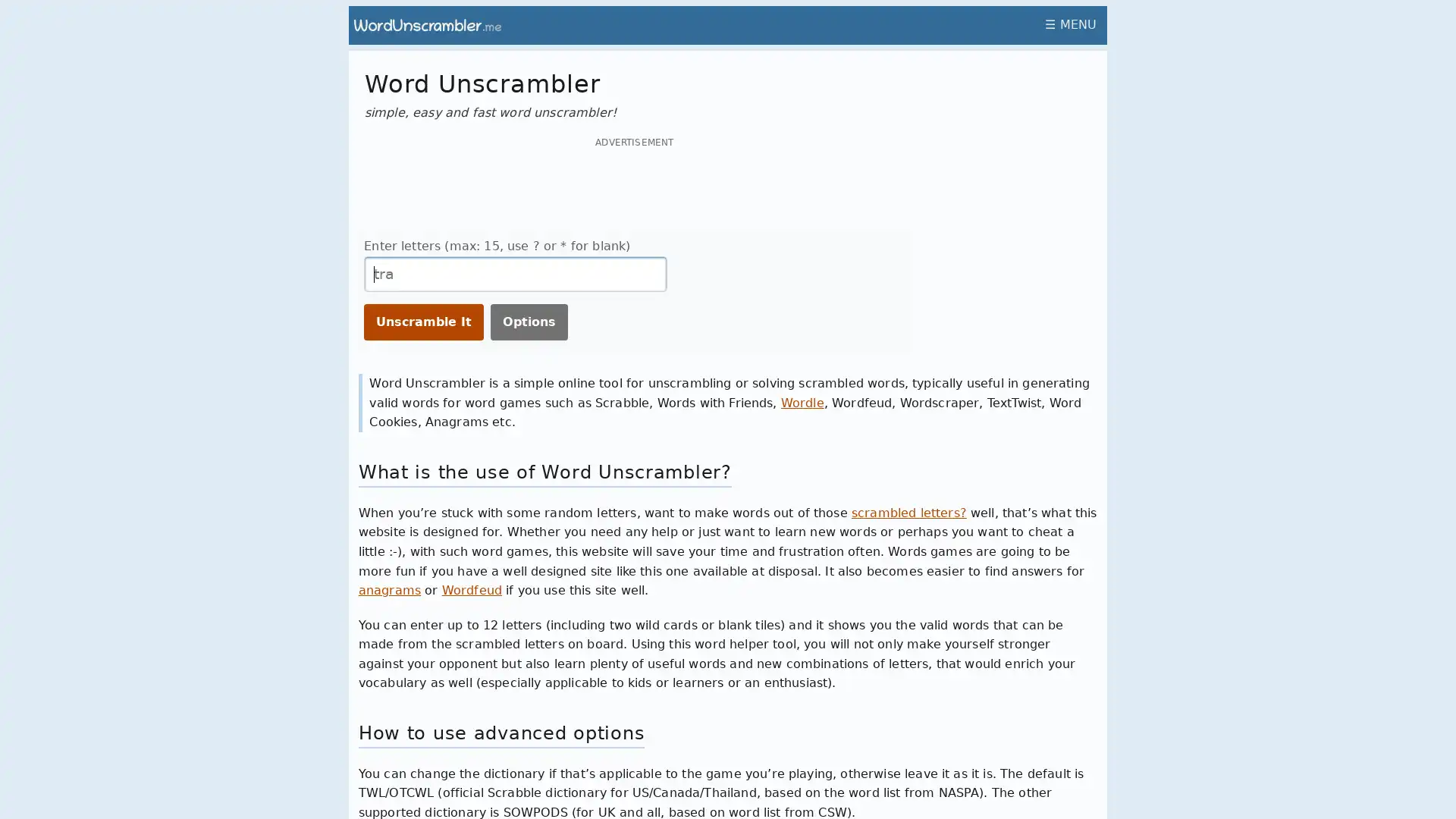 The image size is (1456, 819). Describe the element at coordinates (529, 321) in the screenshot. I see `Options` at that location.